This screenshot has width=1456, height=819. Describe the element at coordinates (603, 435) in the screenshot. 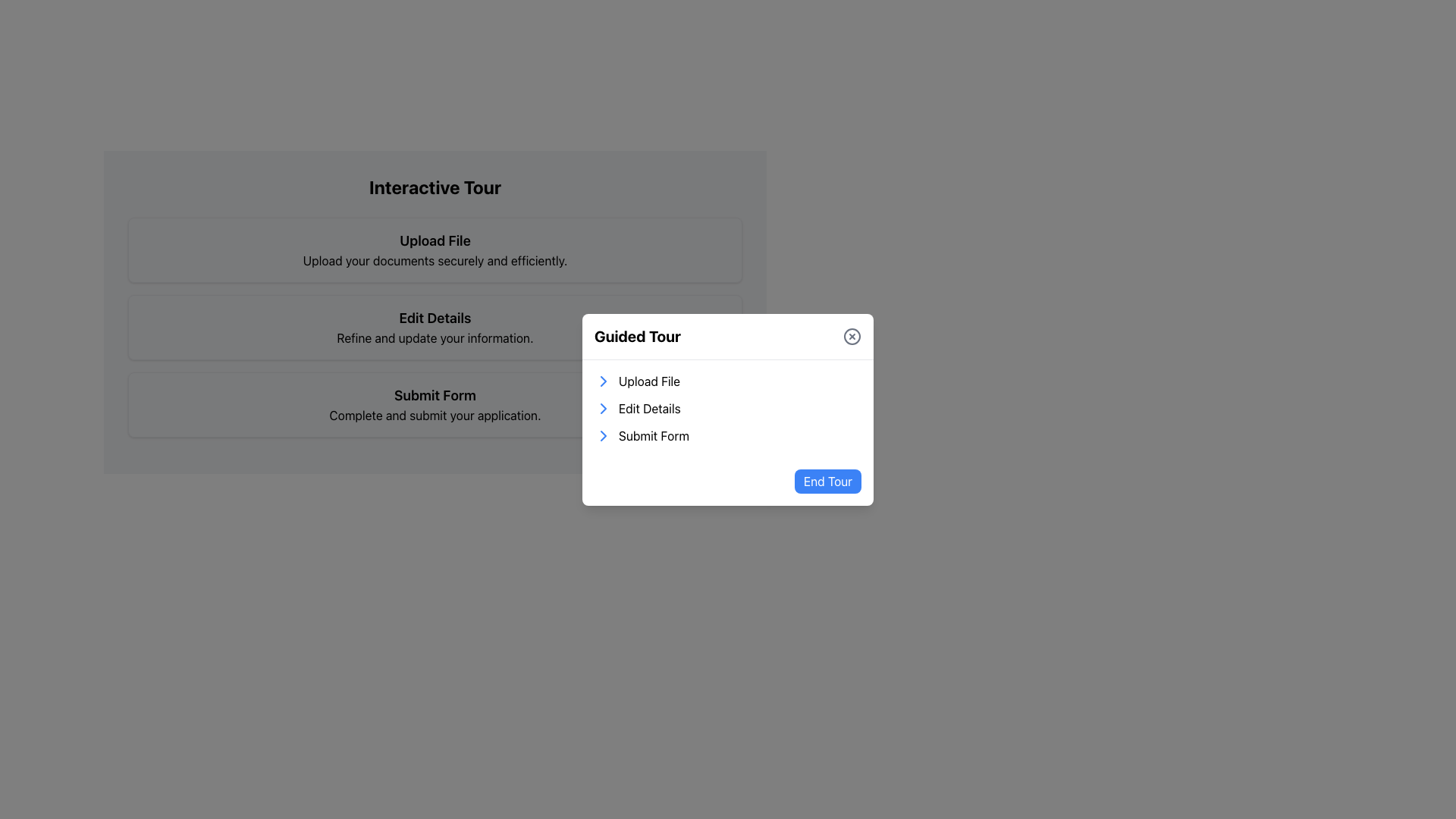

I see `the rightward-pointing blue chevron icon next to the 'Submit Form' text` at that location.